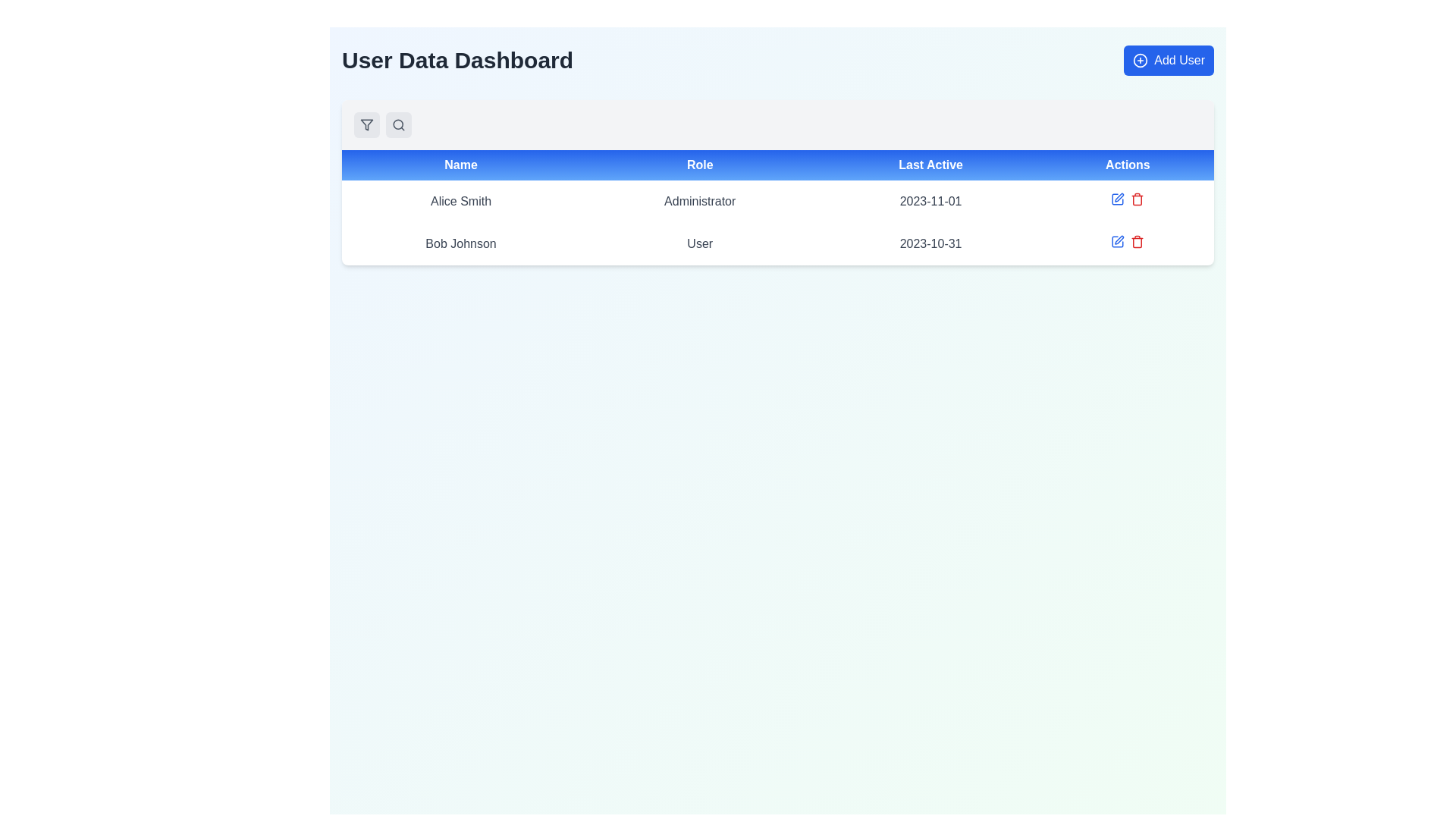 The height and width of the screenshot is (819, 1456). Describe the element at coordinates (1119, 239) in the screenshot. I see `the Edit Icon located in the 'Actions' column of the second row in the table to initiate editing` at that location.